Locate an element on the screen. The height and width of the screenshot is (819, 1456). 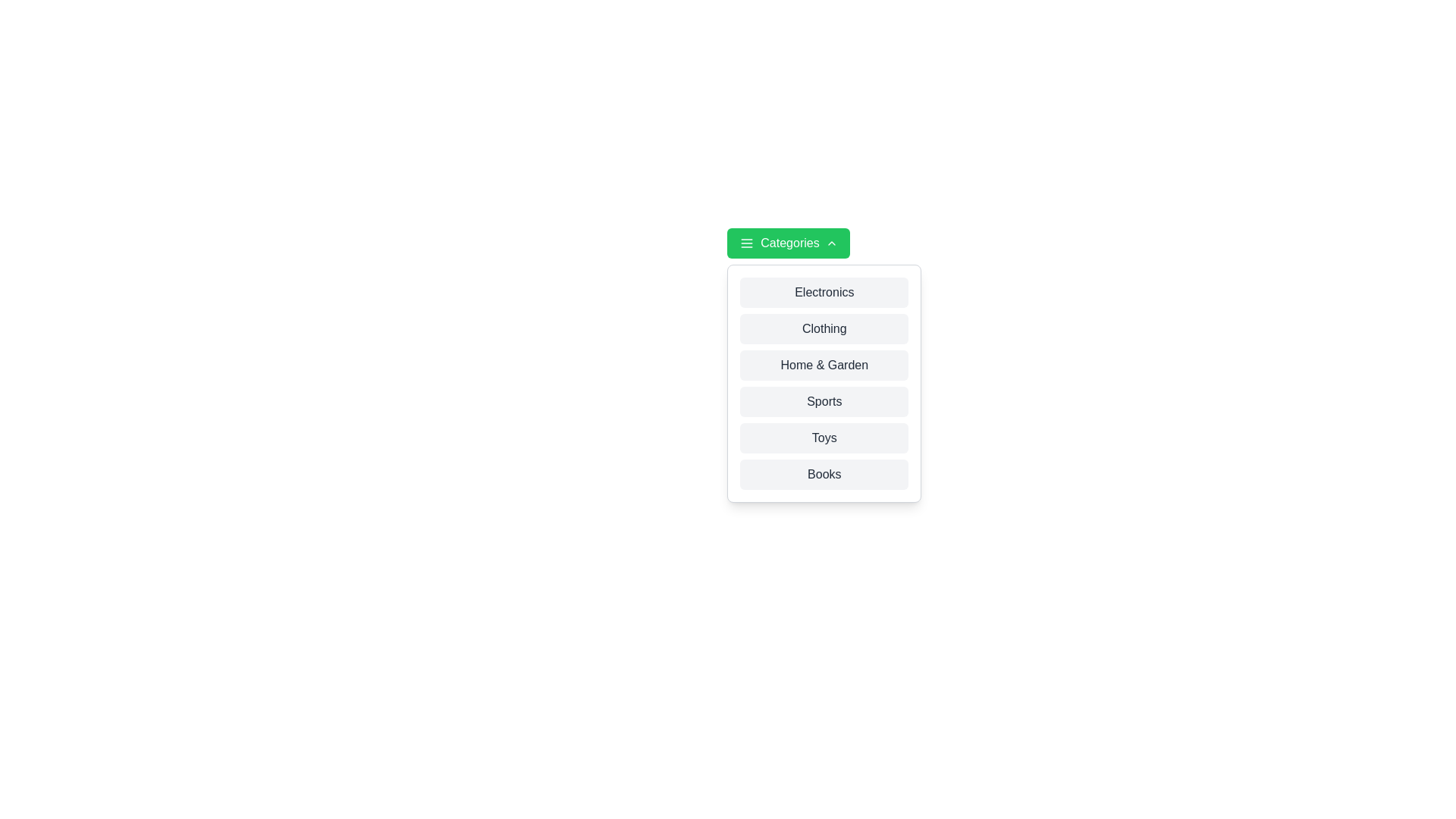
the 'Sports' button, which is the fourth button in a vertical list, located between the 'Home & Garden' button and the 'Toys' button is located at coordinates (824, 400).